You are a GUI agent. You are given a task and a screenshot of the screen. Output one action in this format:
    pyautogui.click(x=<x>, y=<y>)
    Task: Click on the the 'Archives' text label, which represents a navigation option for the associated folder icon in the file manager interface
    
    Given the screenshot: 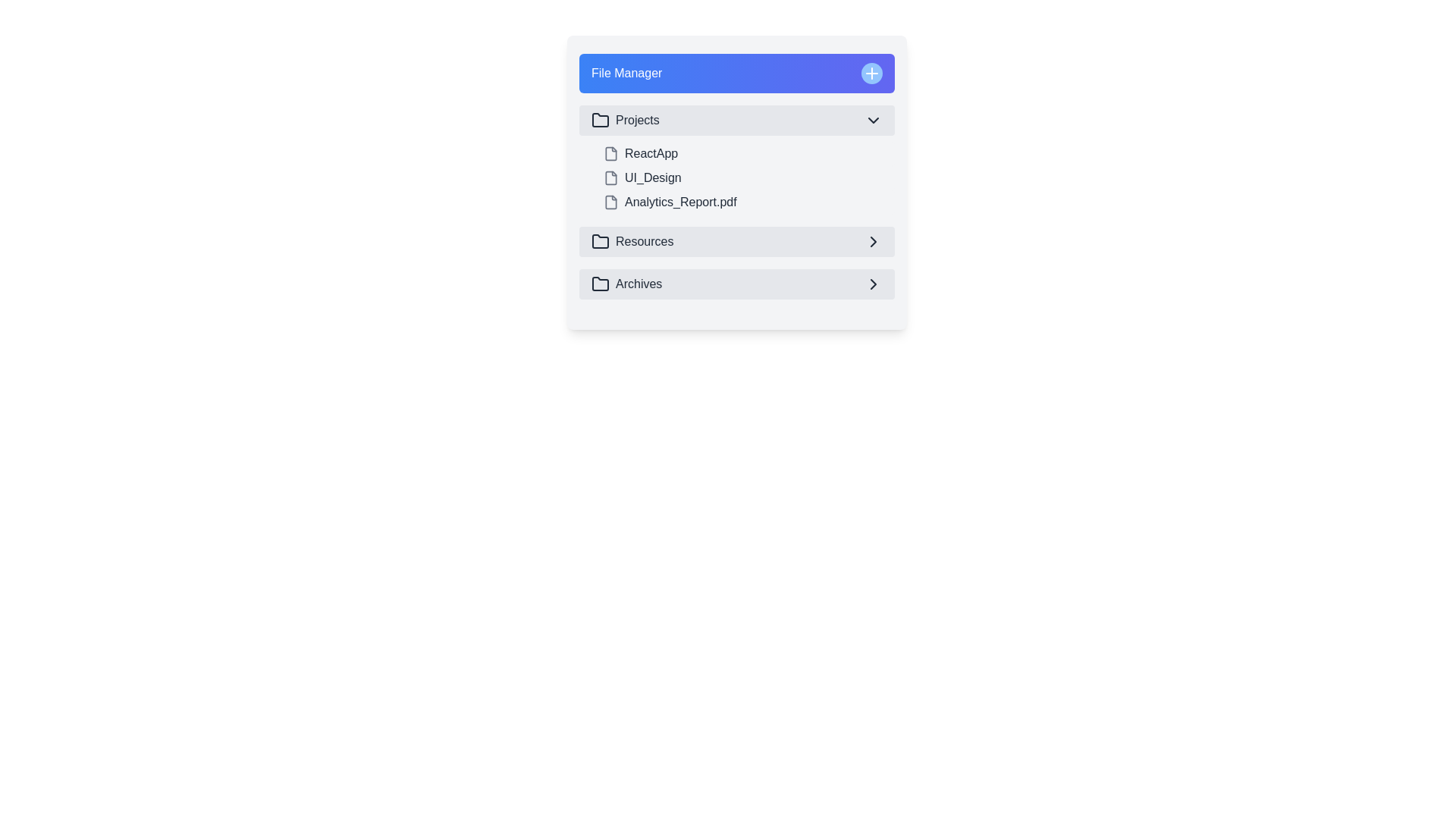 What is the action you would take?
    pyautogui.click(x=639, y=284)
    